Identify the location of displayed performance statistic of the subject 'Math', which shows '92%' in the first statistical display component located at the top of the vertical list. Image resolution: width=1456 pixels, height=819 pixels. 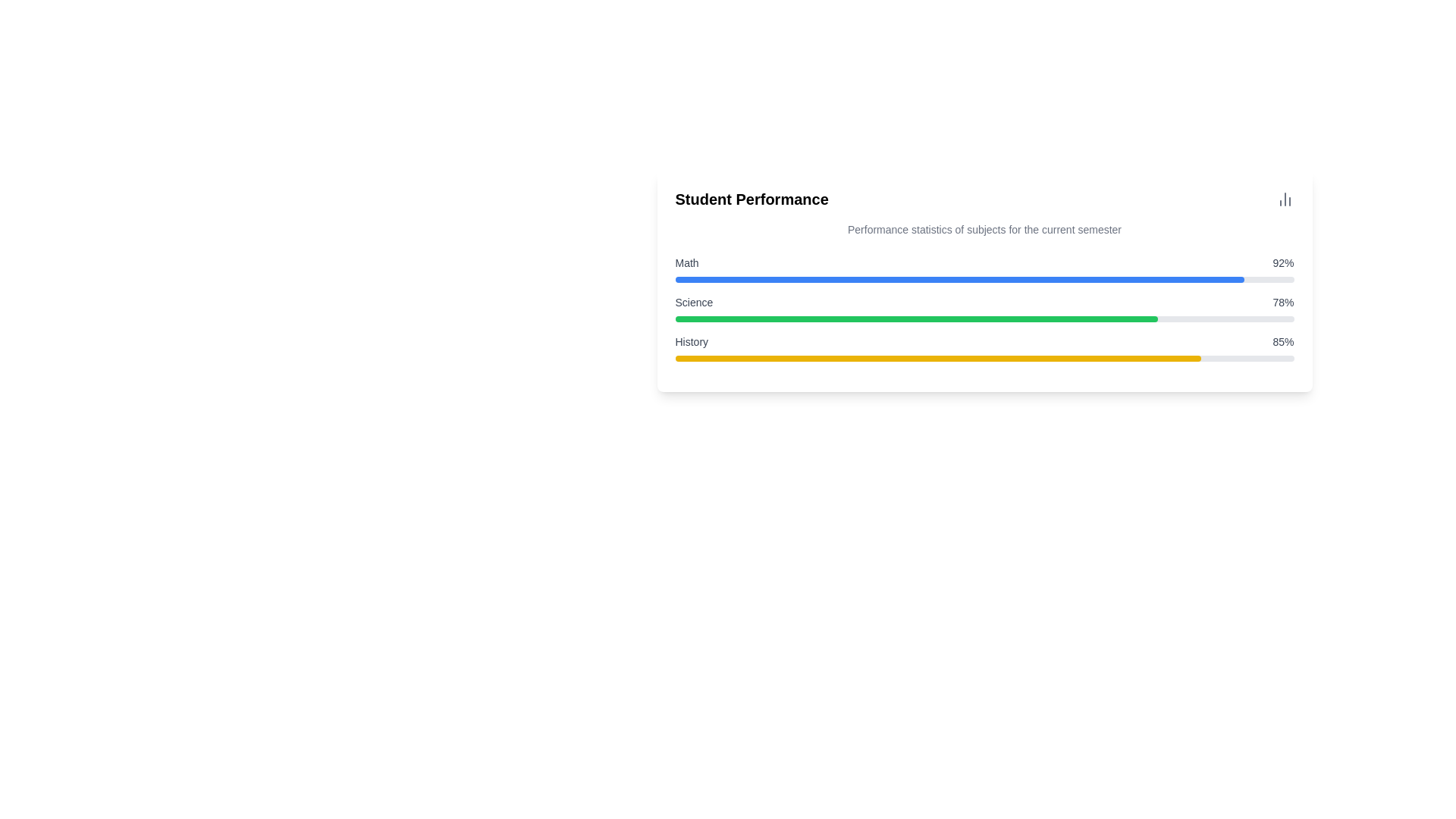
(984, 262).